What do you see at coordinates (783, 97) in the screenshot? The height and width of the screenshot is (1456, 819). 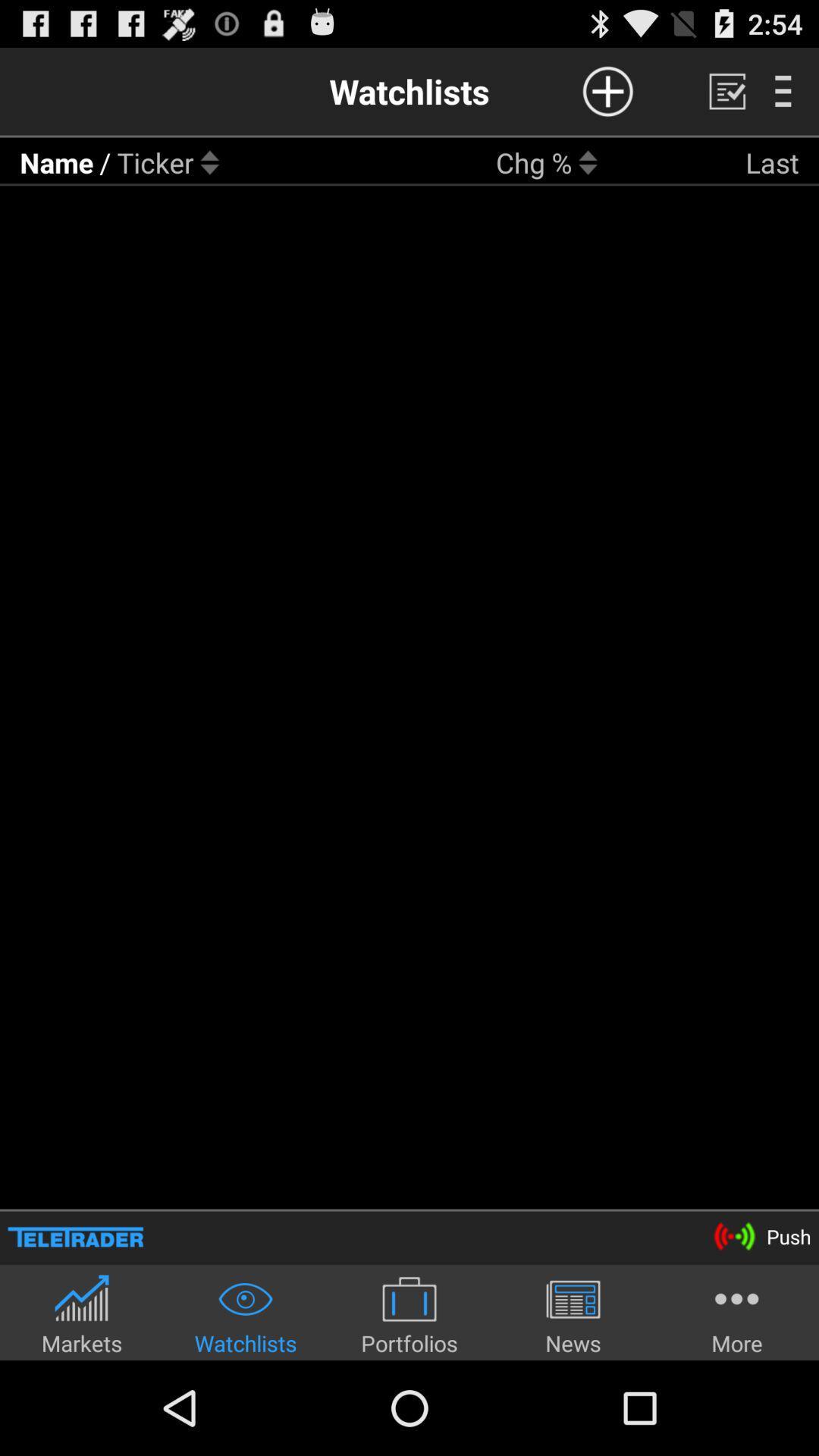 I see `the menu icon` at bounding box center [783, 97].